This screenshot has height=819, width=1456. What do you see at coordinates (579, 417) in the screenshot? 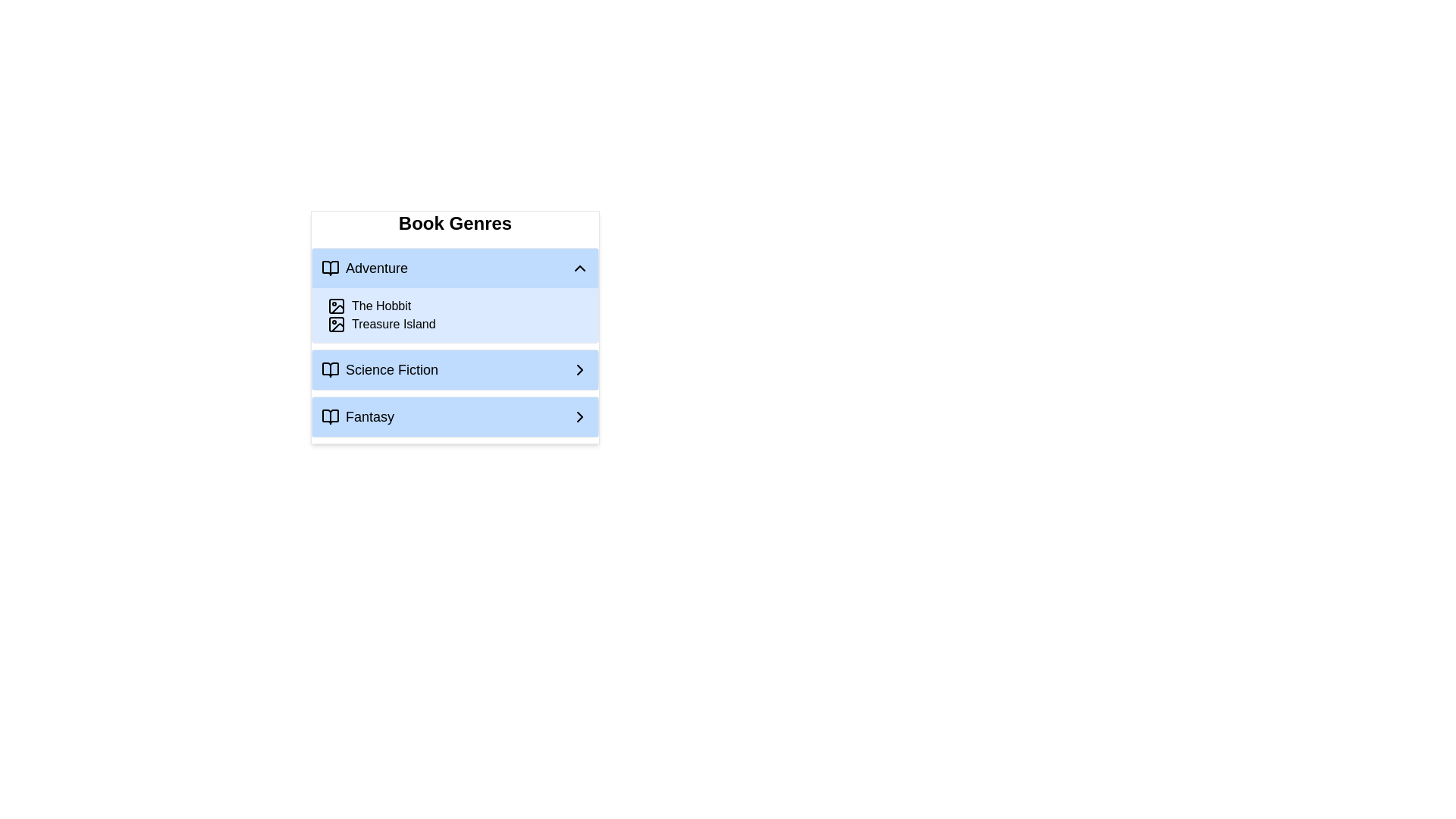
I see `the right-pointing chevron icon at the end of the 'Fantasy' row in the 'Book Genres' list` at bounding box center [579, 417].